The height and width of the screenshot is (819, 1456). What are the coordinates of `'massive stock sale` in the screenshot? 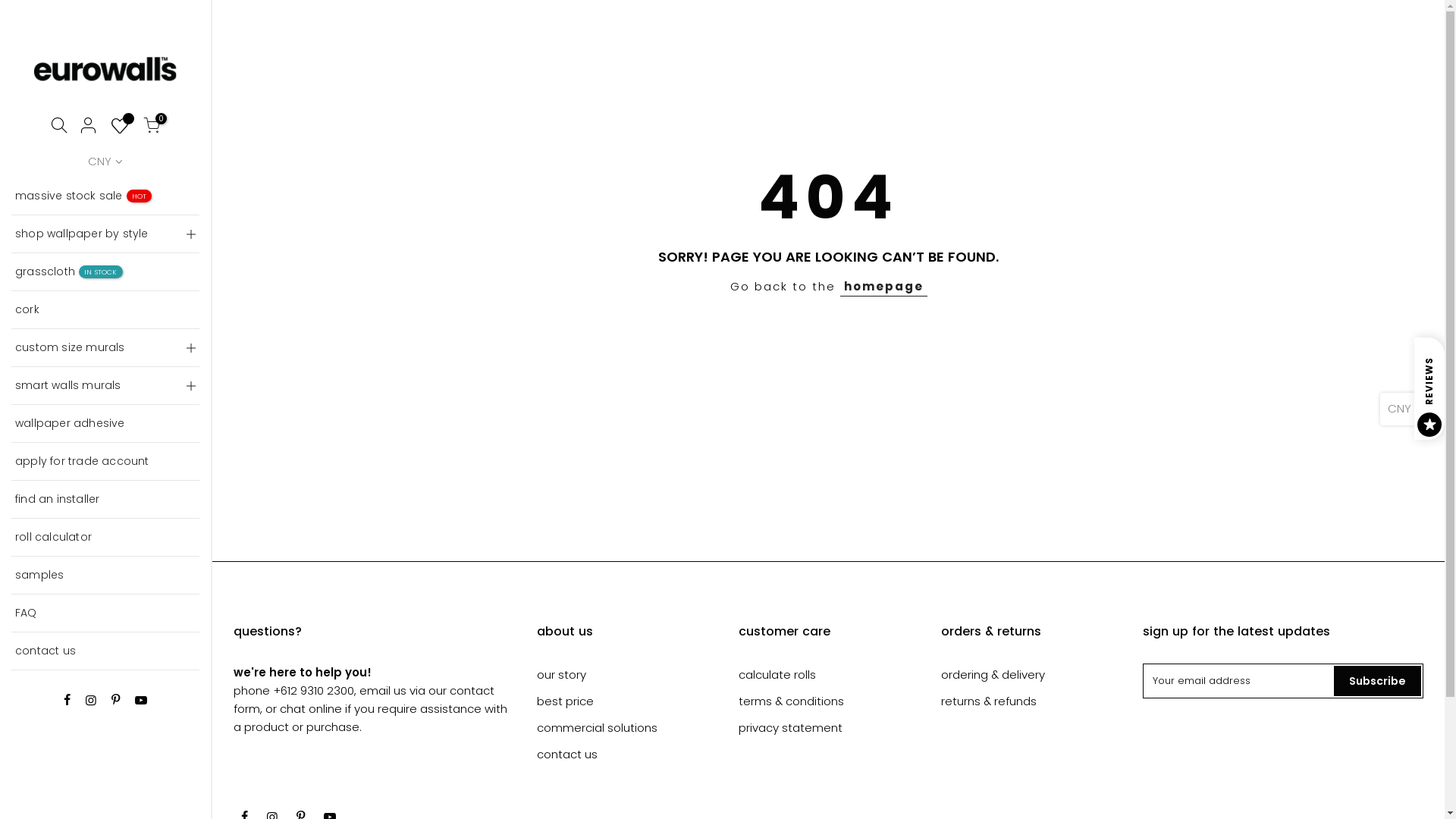 It's located at (105, 195).